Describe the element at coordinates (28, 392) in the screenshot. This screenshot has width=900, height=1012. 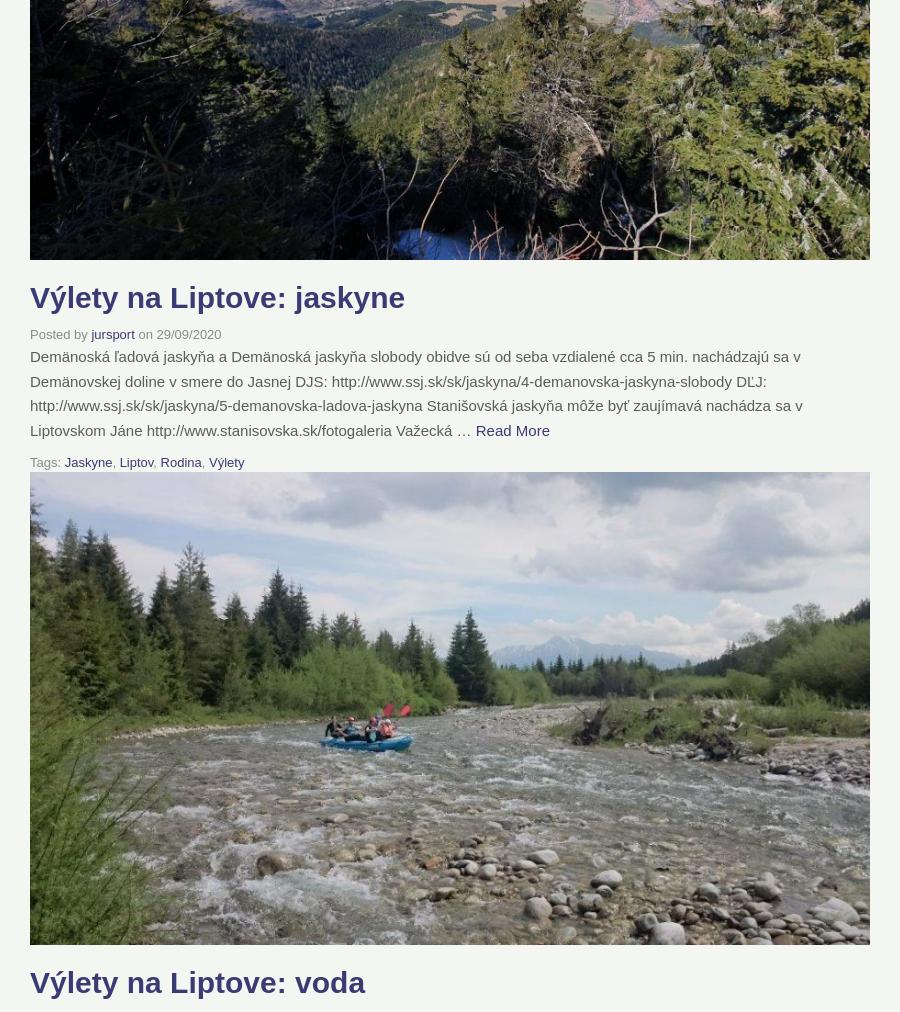
I see `'Demänoská ľadová jaskyňa a Demänoská jaskyňa slobody obidve sú od seba vzdialené cca 5 min. nachádzajú sa v Demänovskej doline v smere do Jasnej DJS: http://www.ssj.sk/sk/jaskyna/4-demanovska-jaskyna-slobody DĽJ: http://www.ssj.sk/sk/jaskyna/5-demanovska-ladova-jaskyna Stanišovská jaskyňa môže byť zaujímavá nachádza sa v Liptovskom Jáne http://www.stanisovska.sk/fotogaleria Važecká …'` at that location.